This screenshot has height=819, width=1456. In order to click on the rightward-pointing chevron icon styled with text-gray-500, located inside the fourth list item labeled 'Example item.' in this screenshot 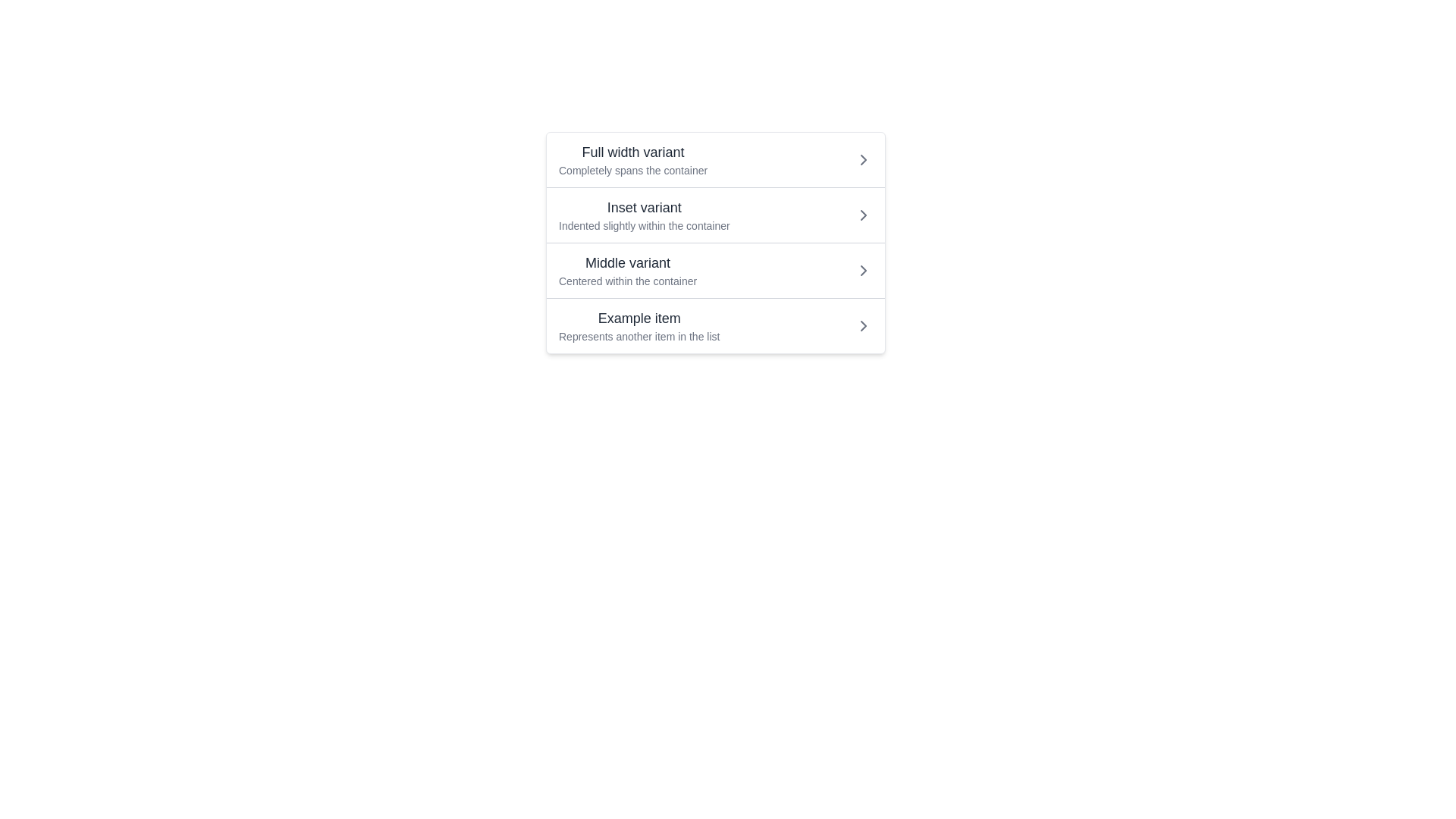, I will do `click(863, 325)`.